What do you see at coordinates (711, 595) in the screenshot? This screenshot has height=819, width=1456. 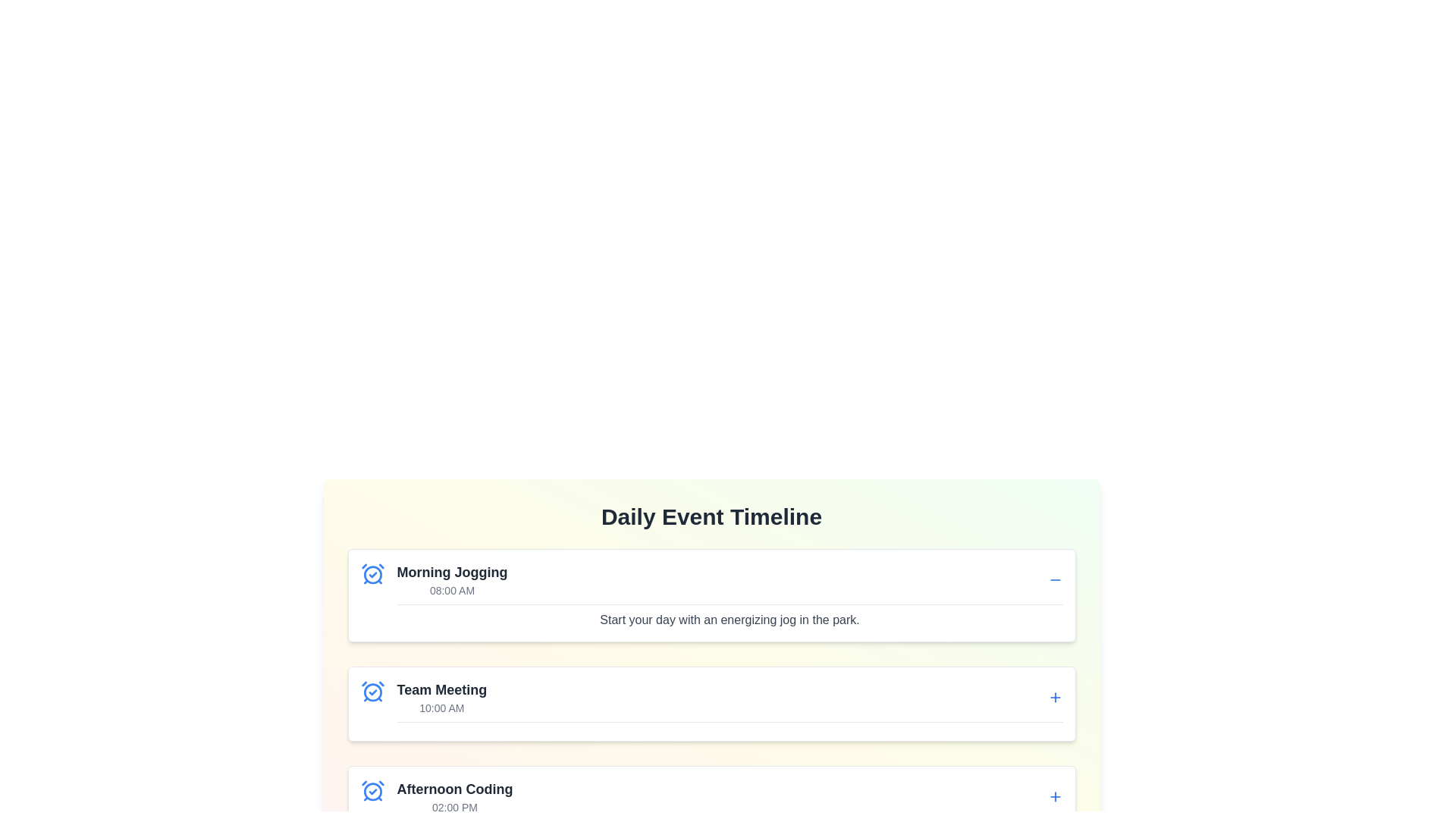 I see `information displayed on the Event Display Card titled 'Morning Jogging', which includes the time '08:00 AM' and the description 'Start your day with an energizing jog in the park.'` at bounding box center [711, 595].